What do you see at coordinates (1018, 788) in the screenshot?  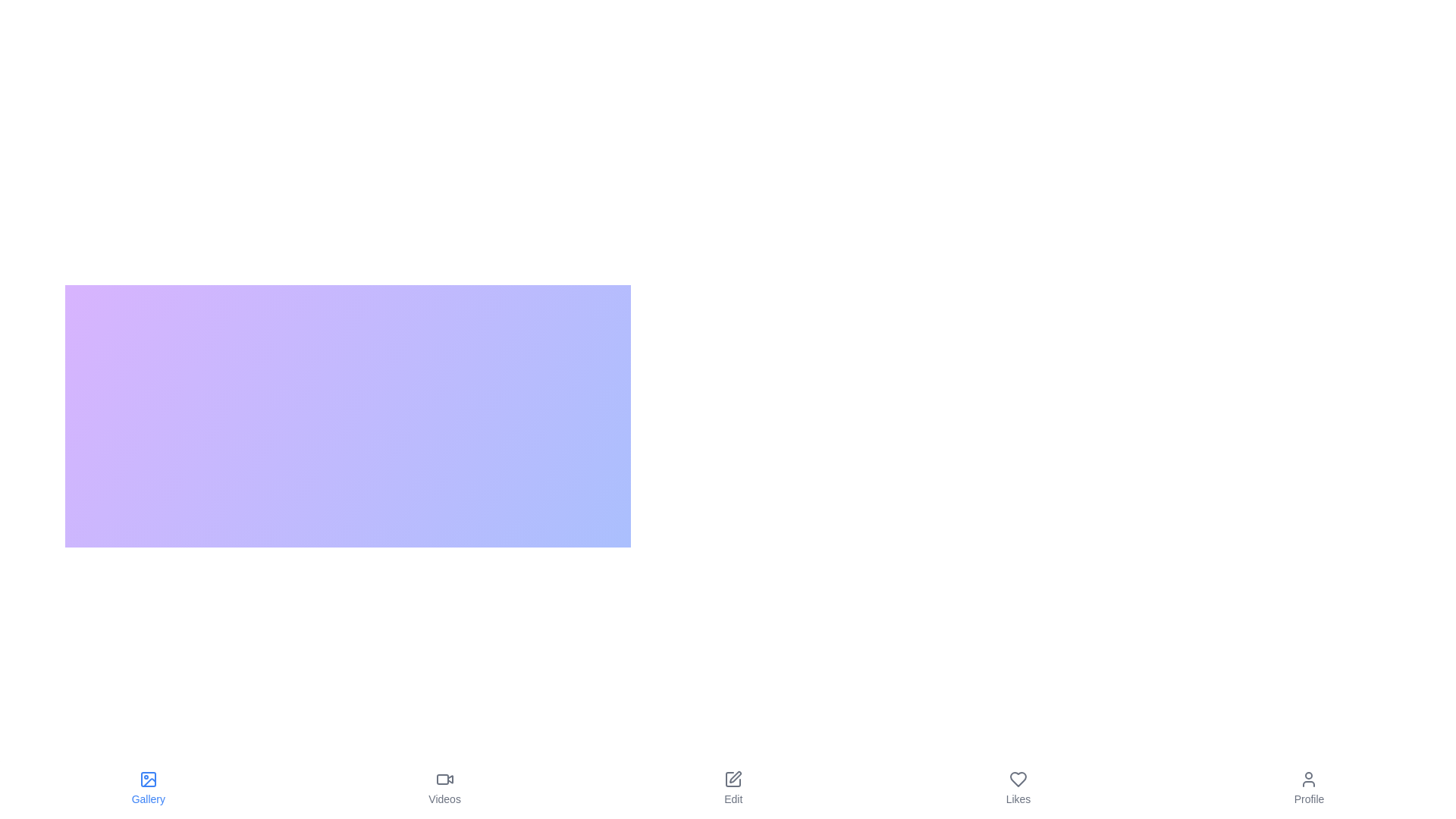 I see `the tab labeled Likes to observe its hover effect` at bounding box center [1018, 788].